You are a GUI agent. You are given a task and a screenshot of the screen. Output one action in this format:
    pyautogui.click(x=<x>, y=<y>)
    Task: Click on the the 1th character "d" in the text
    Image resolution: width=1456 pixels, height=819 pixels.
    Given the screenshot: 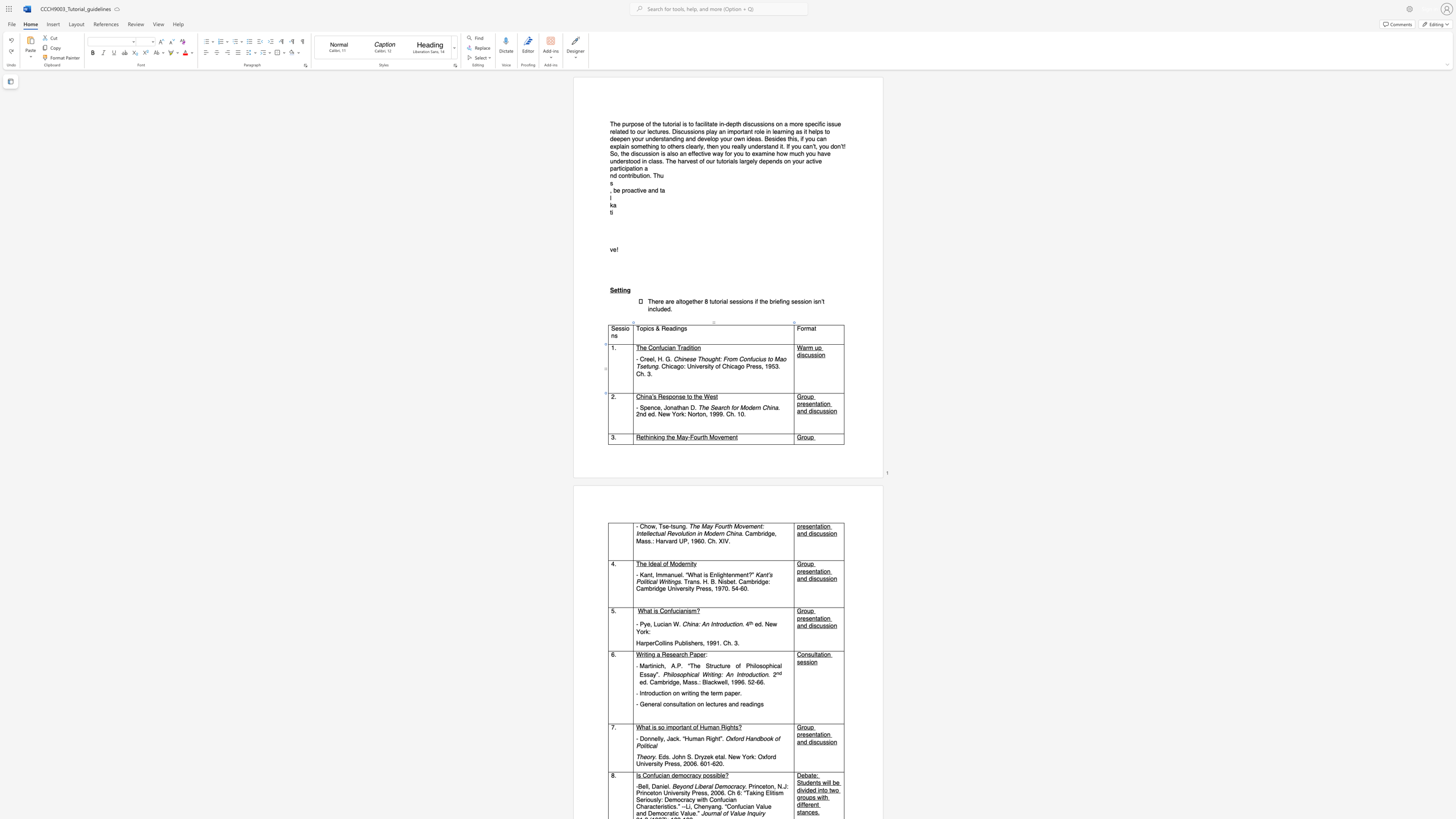 What is the action you would take?
    pyautogui.click(x=644, y=414)
    